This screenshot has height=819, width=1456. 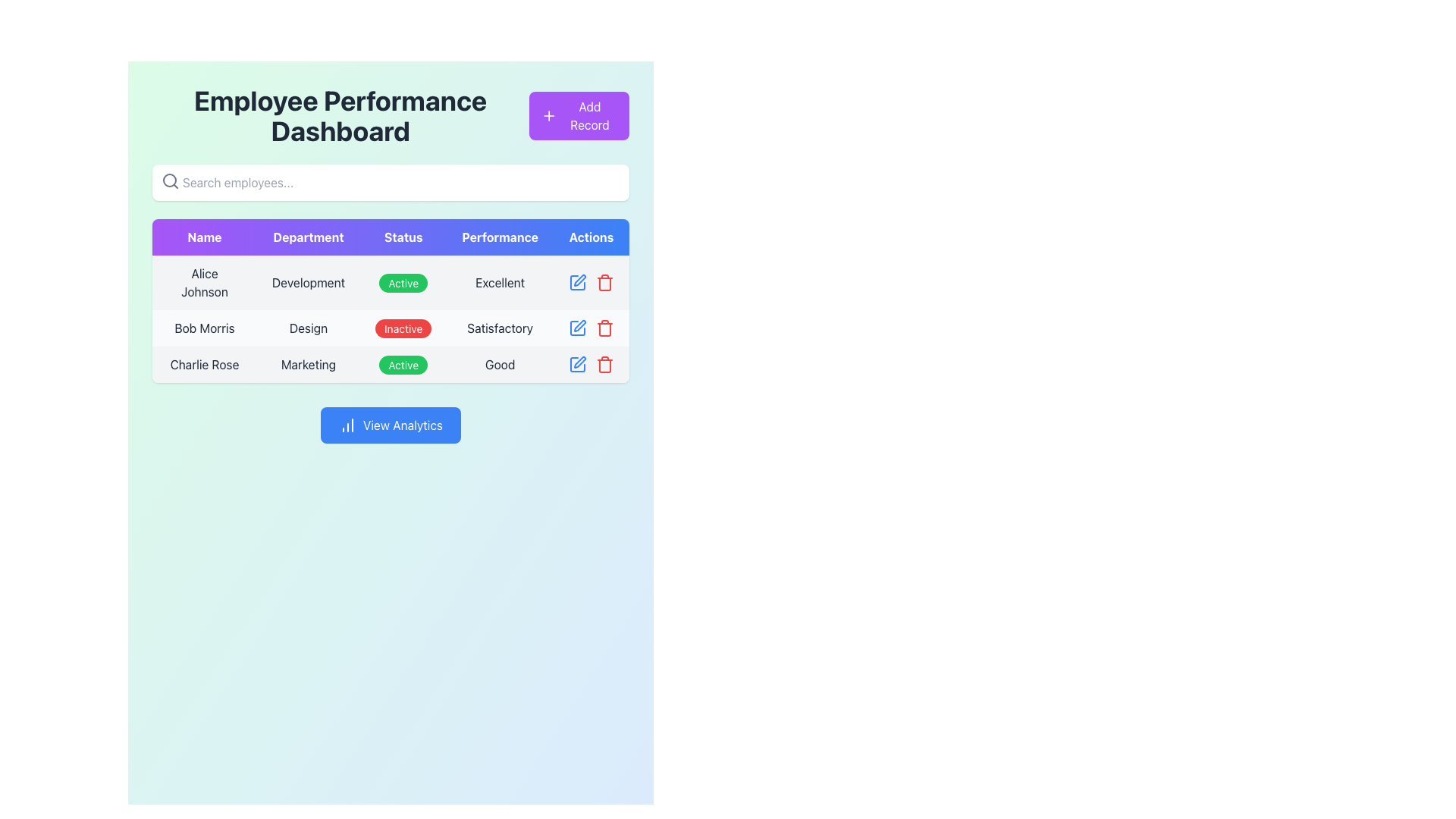 I want to click on the button located in the top-right area of the 'Employee Performance Dashboard', so click(x=578, y=115).